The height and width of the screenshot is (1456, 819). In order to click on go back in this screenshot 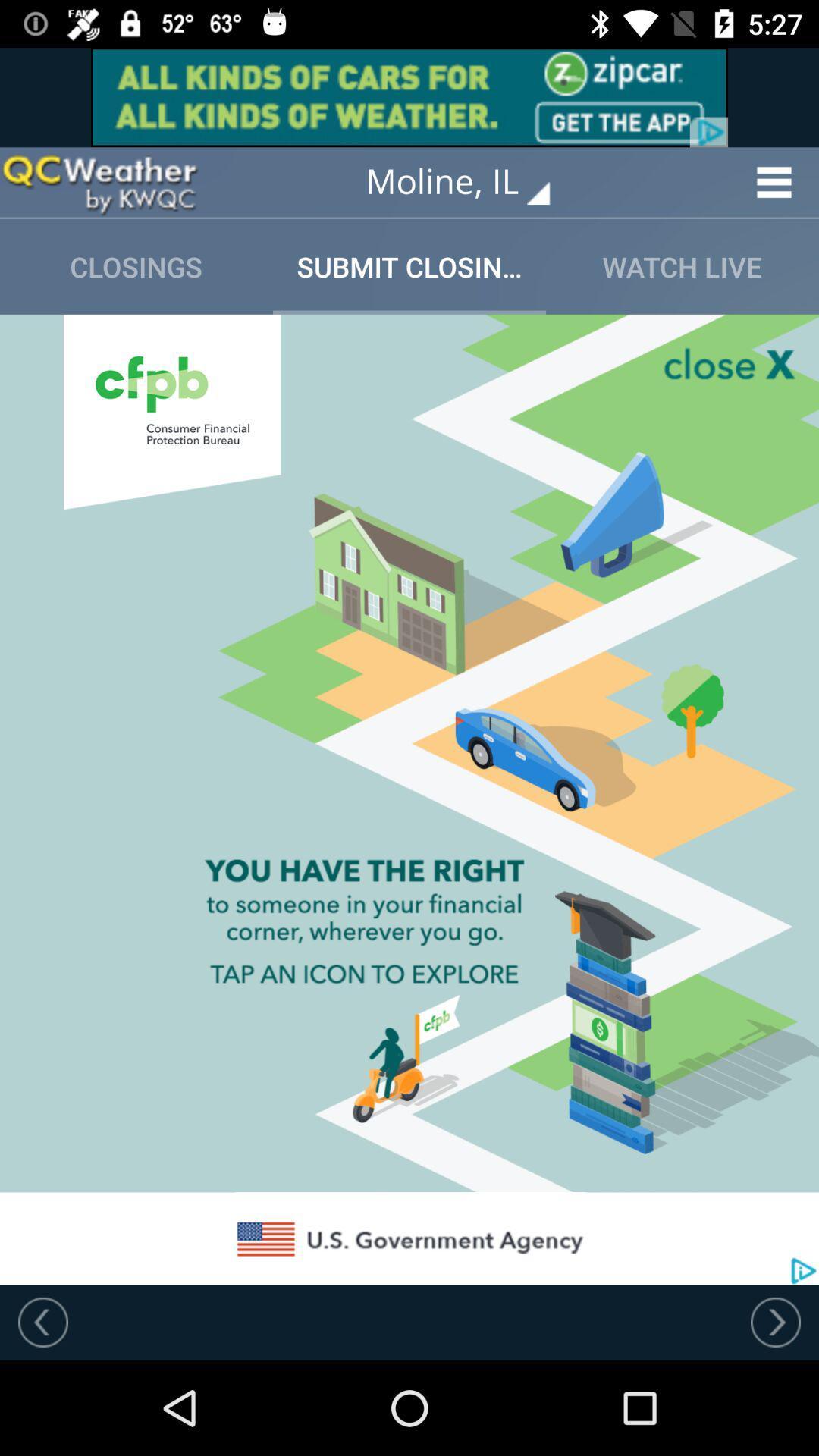, I will do `click(42, 1321)`.